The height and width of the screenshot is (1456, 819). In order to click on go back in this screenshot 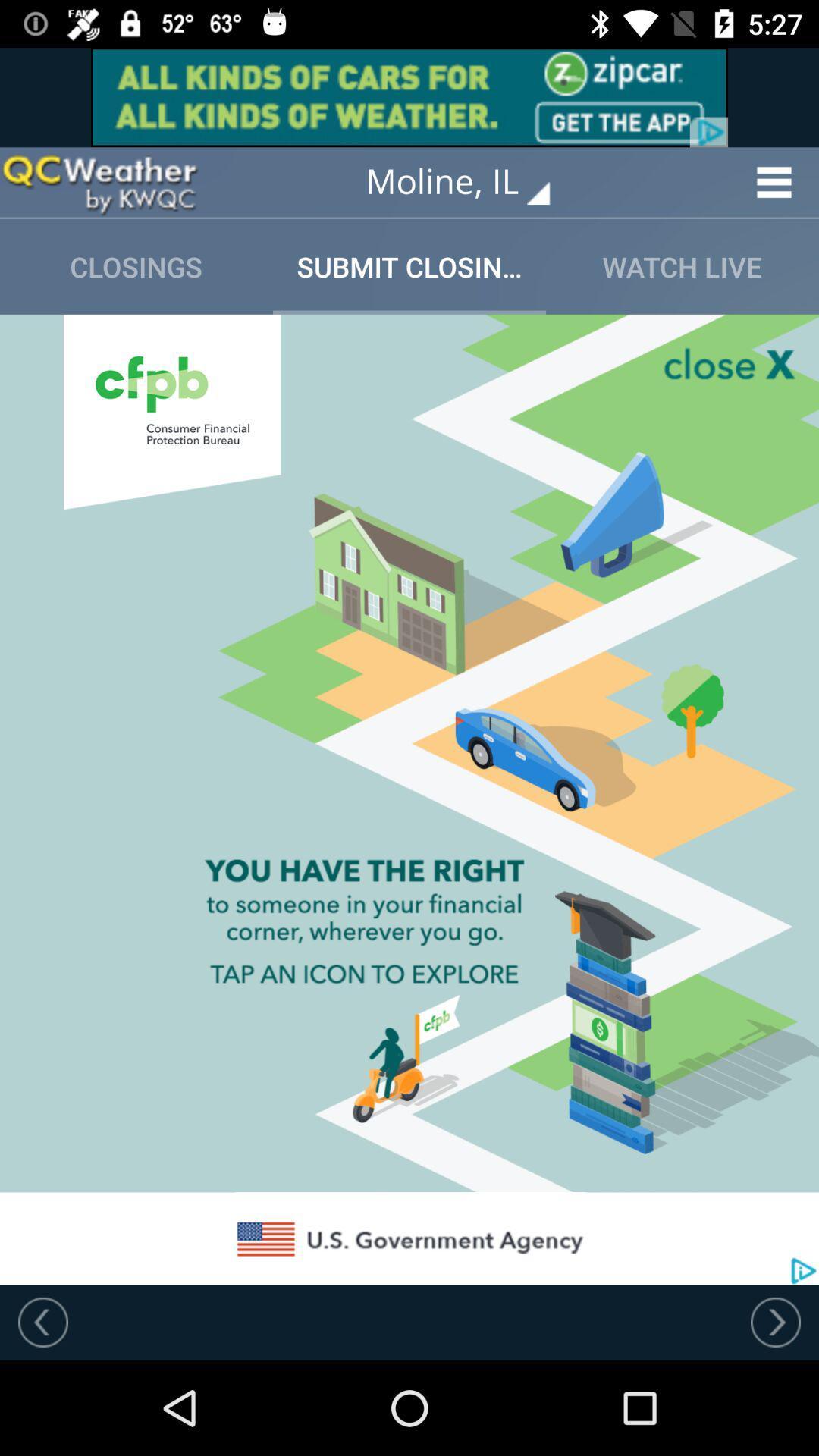, I will do `click(42, 1321)`.